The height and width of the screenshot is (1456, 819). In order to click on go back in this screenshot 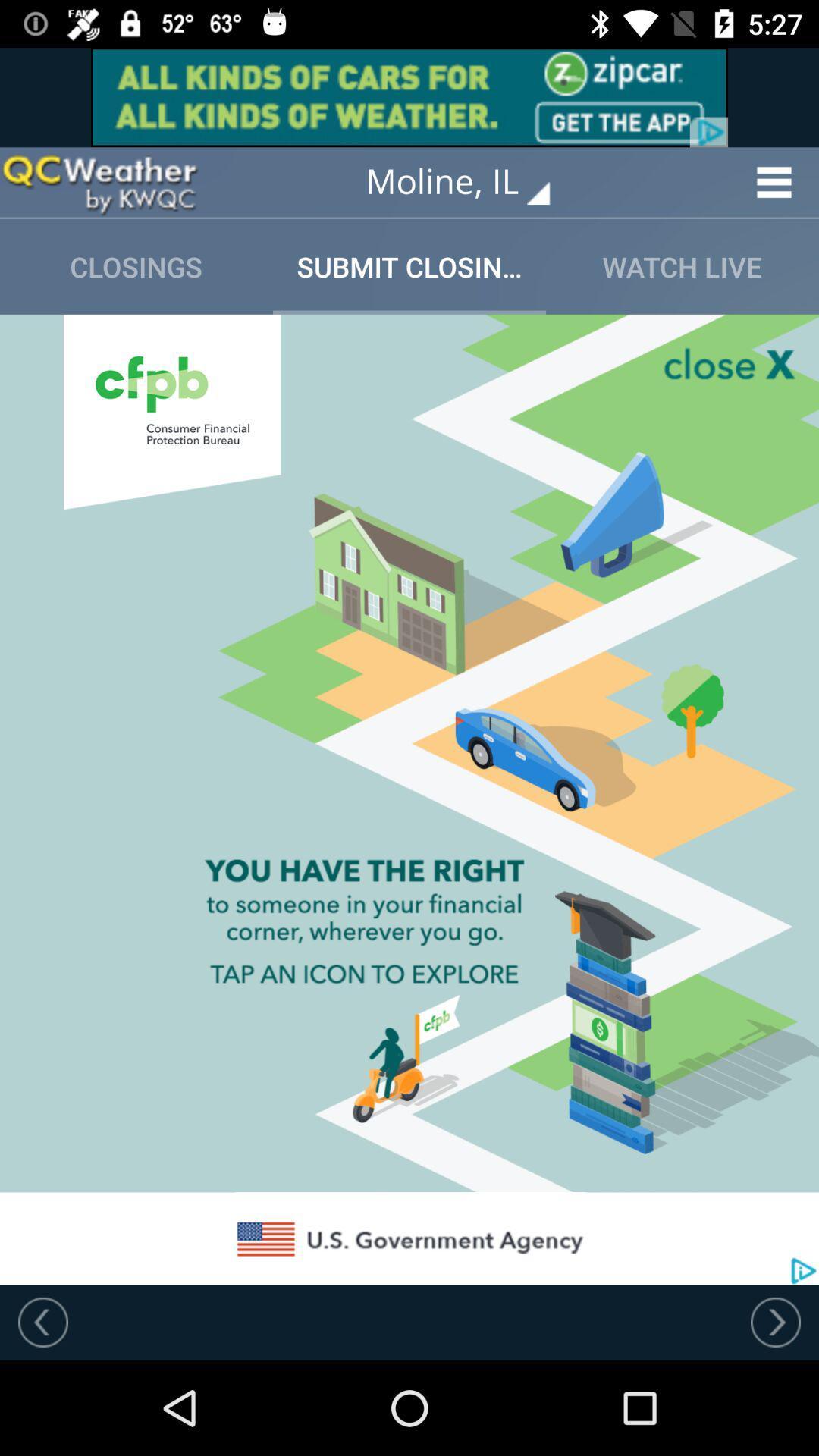, I will do `click(42, 1321)`.